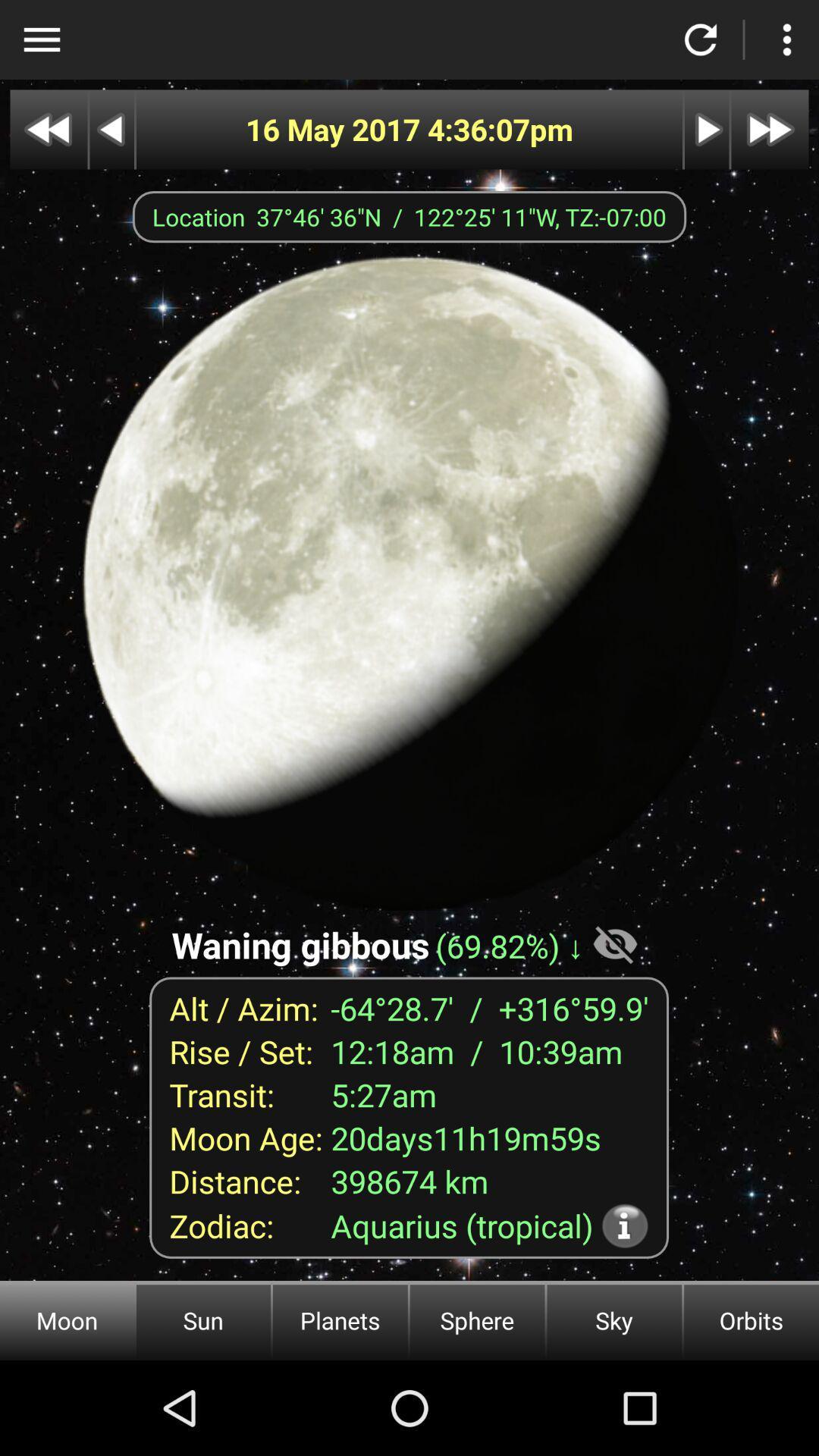 Image resolution: width=819 pixels, height=1456 pixels. Describe the element at coordinates (48, 130) in the screenshot. I see `beginning` at that location.